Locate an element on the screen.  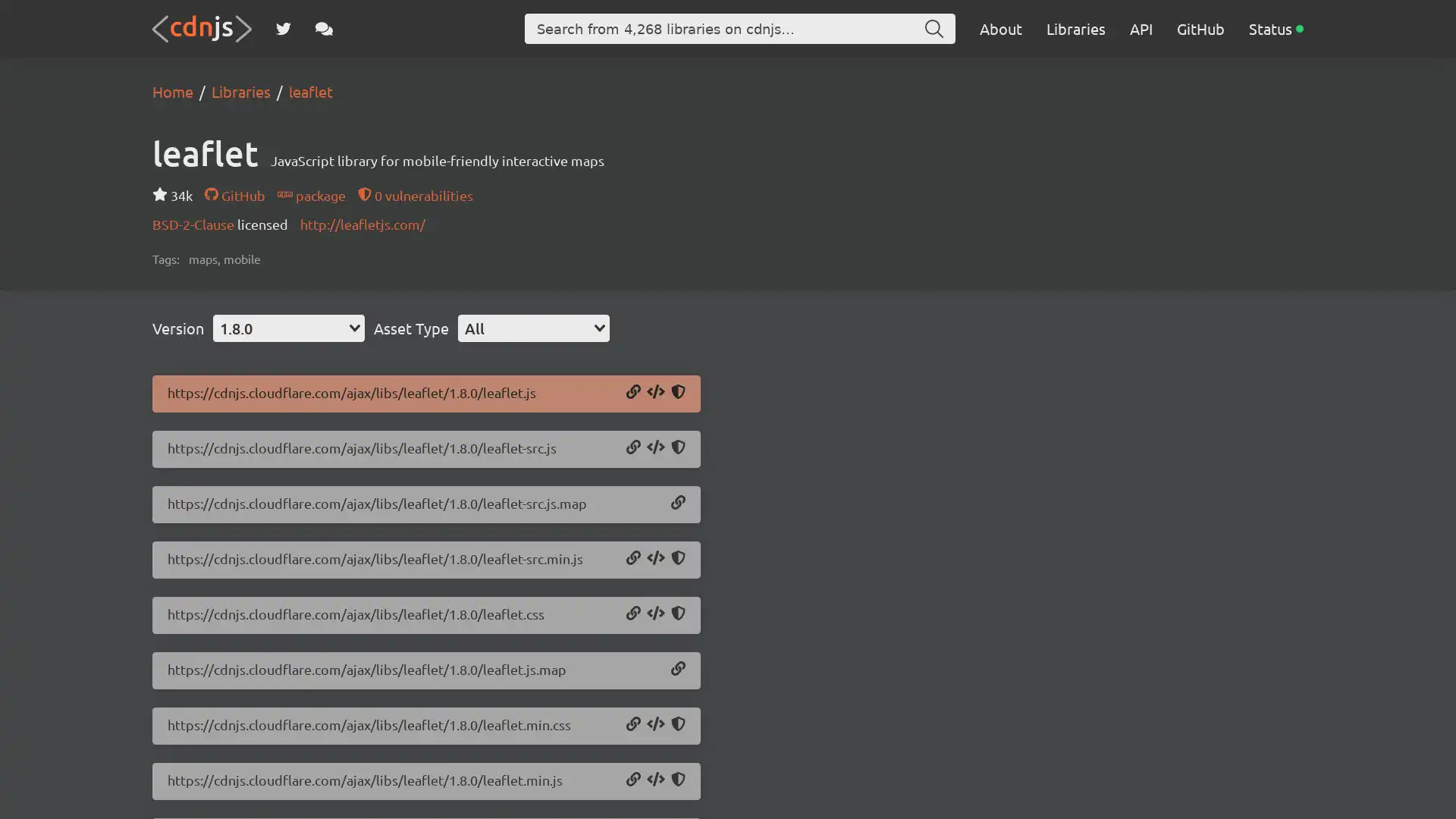
Copy Link Tag is located at coordinates (655, 724).